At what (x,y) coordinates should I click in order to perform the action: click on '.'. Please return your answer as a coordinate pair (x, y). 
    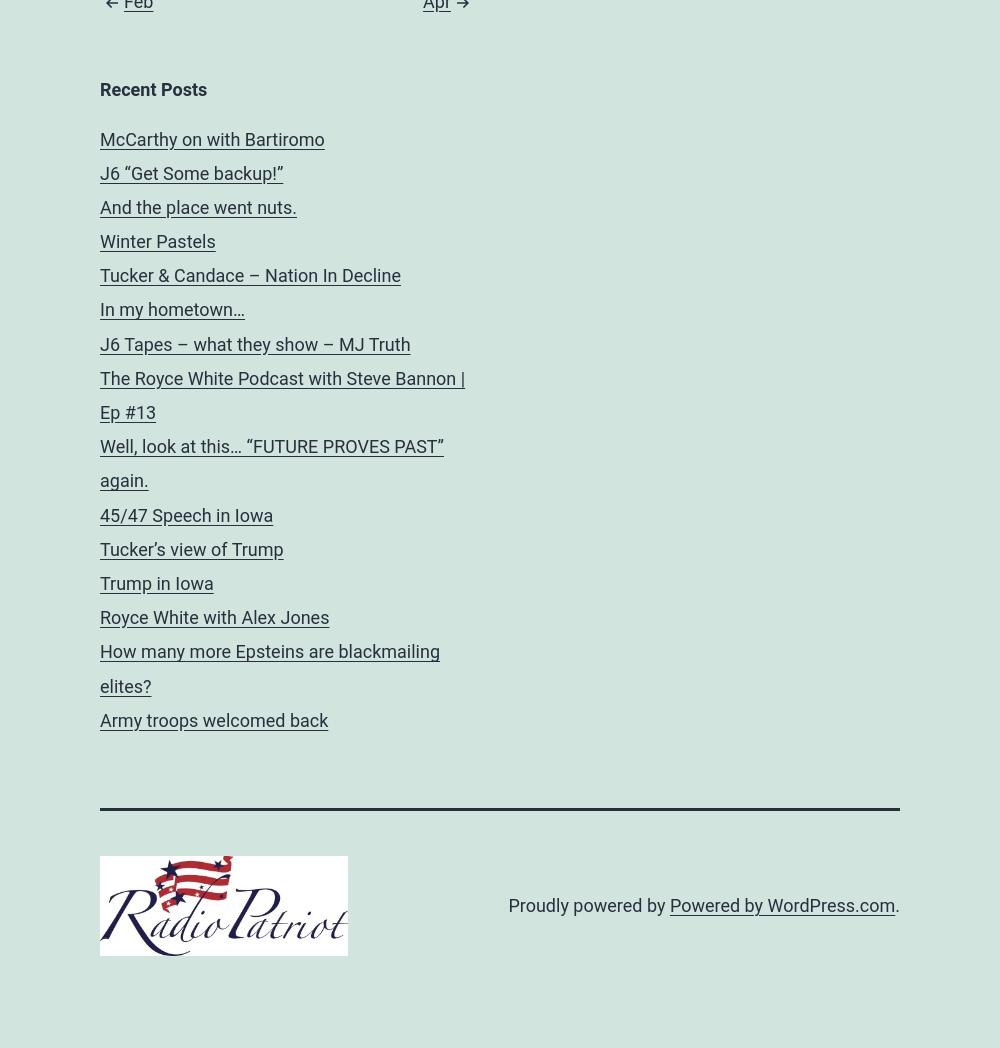
    Looking at the image, I should click on (897, 903).